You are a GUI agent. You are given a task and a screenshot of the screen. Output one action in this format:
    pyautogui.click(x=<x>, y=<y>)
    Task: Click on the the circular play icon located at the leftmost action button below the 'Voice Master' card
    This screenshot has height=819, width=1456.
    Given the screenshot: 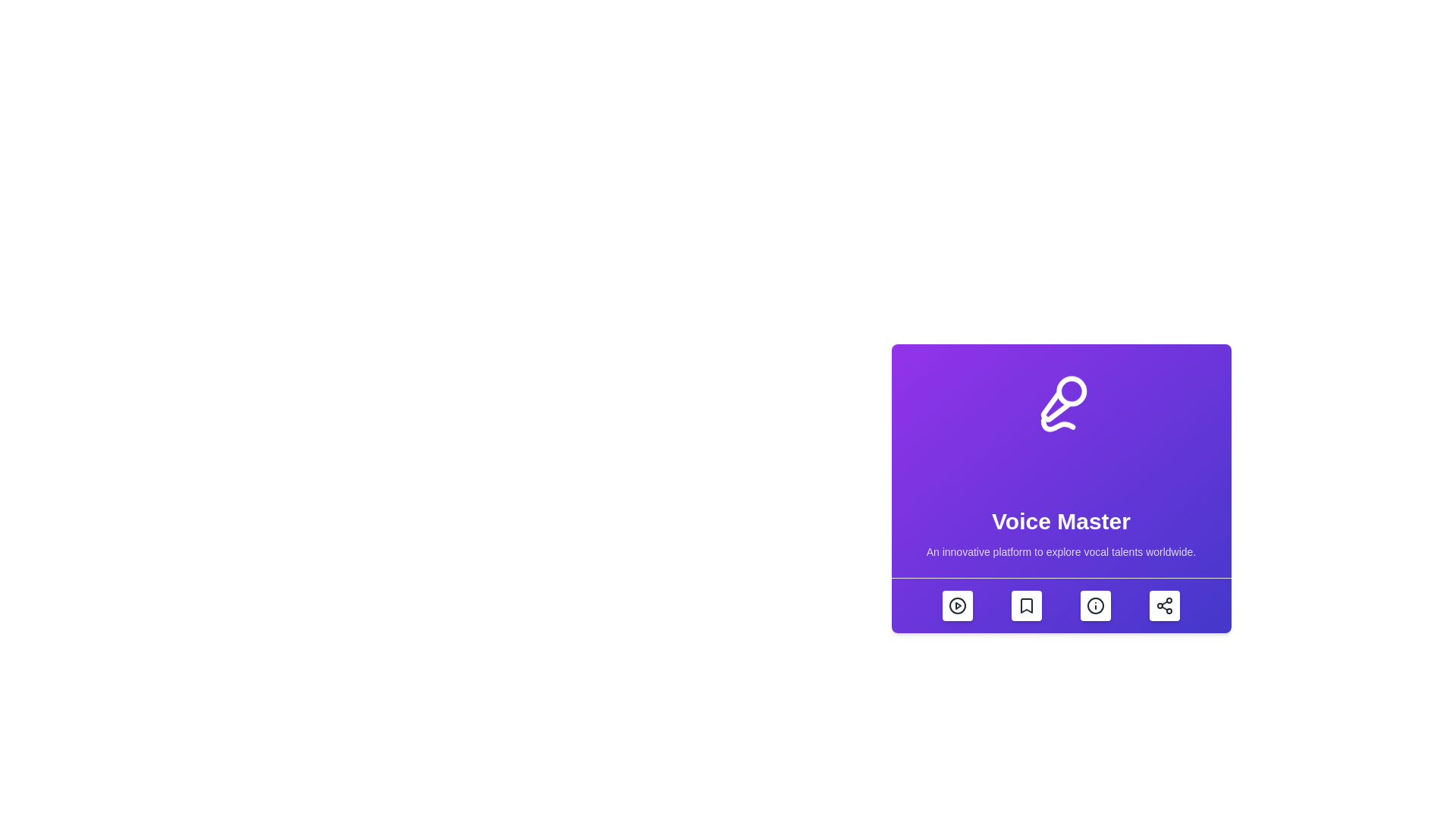 What is the action you would take?
    pyautogui.click(x=956, y=604)
    